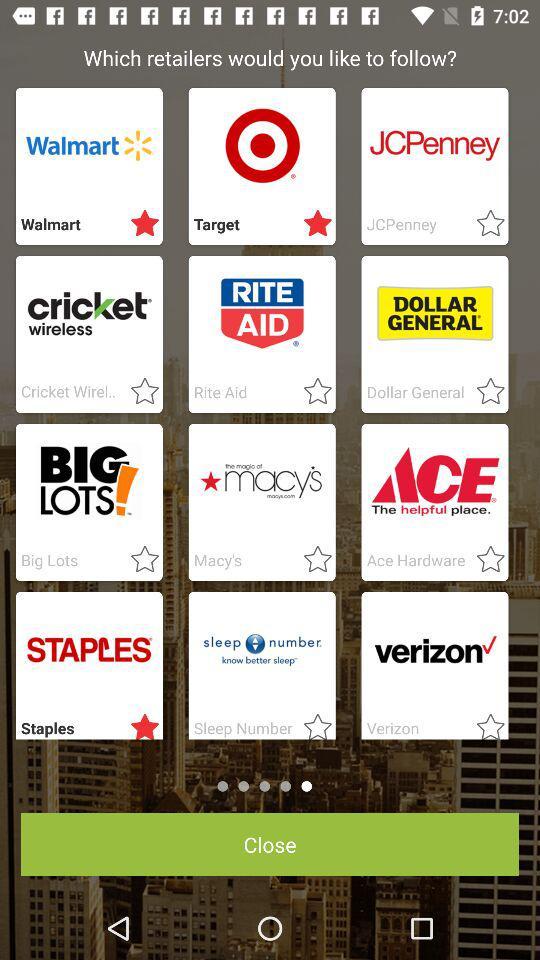 The width and height of the screenshot is (540, 960). Describe the element at coordinates (483, 560) in the screenshot. I see `to favourite` at that location.